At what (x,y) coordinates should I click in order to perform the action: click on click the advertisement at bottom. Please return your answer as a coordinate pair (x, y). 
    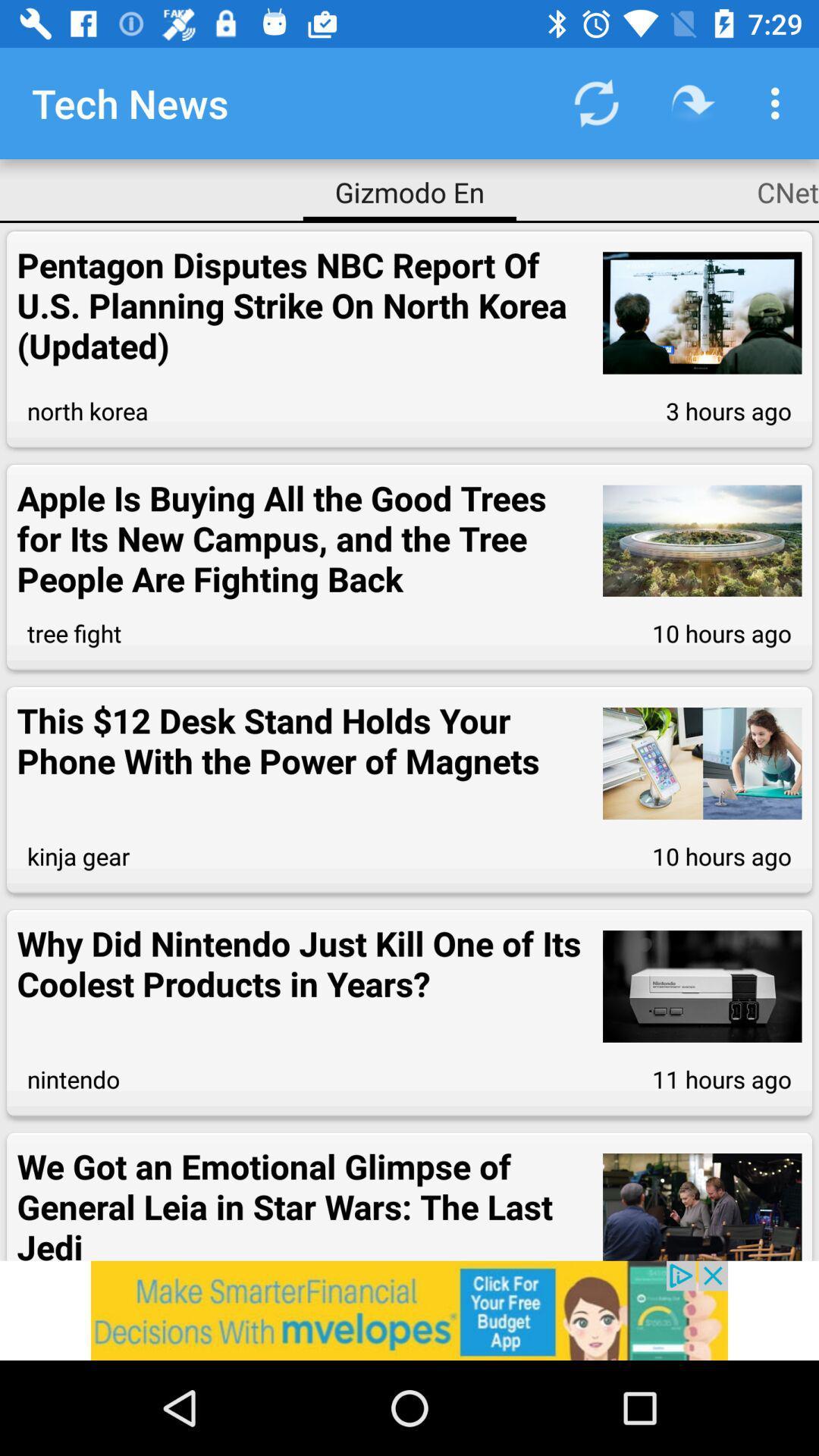
    Looking at the image, I should click on (409, 1310).